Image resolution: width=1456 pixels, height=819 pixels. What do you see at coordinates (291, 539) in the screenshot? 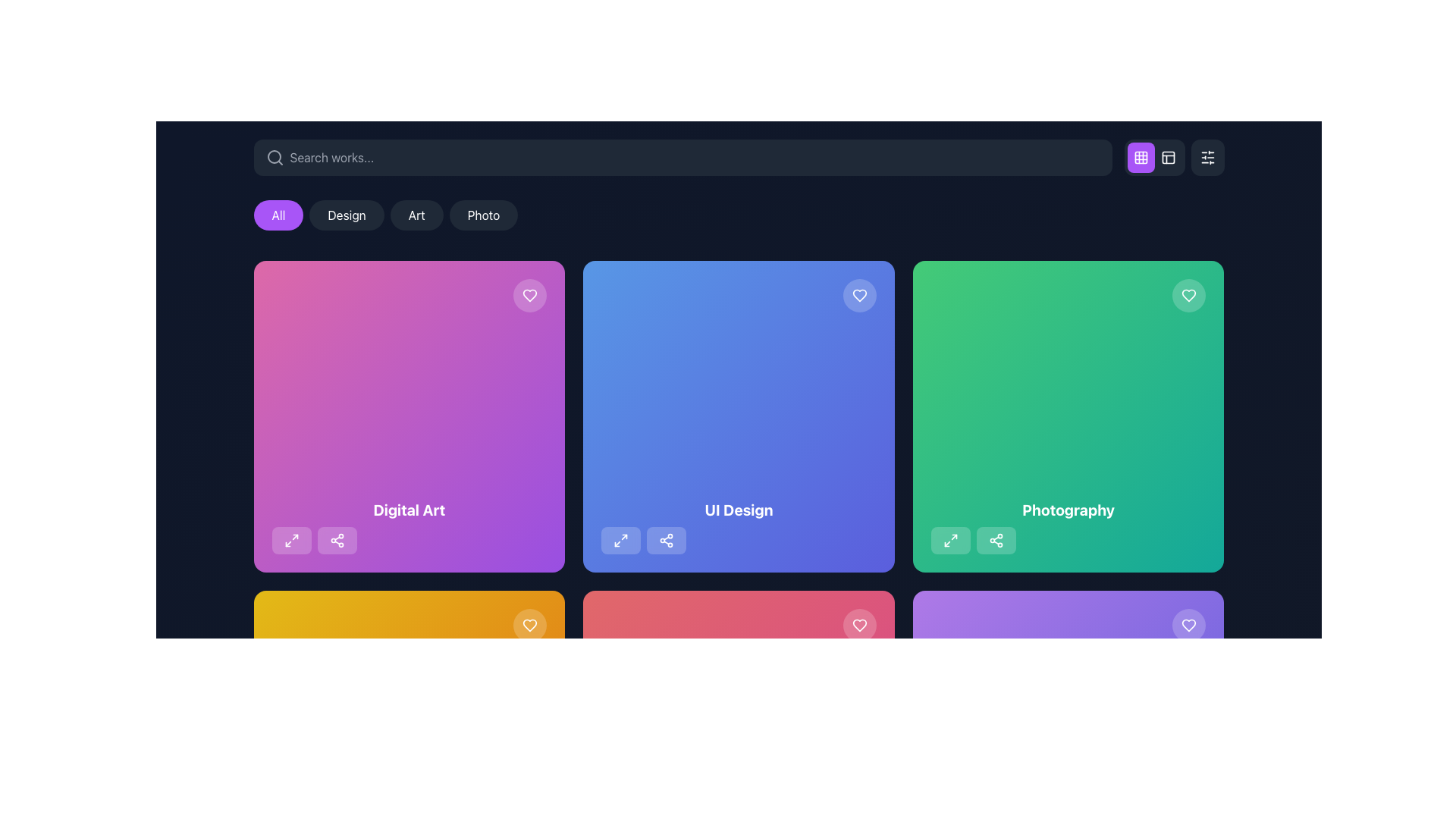
I see `the Button located at the lower-left corner of the 'Digital Art' card` at bounding box center [291, 539].